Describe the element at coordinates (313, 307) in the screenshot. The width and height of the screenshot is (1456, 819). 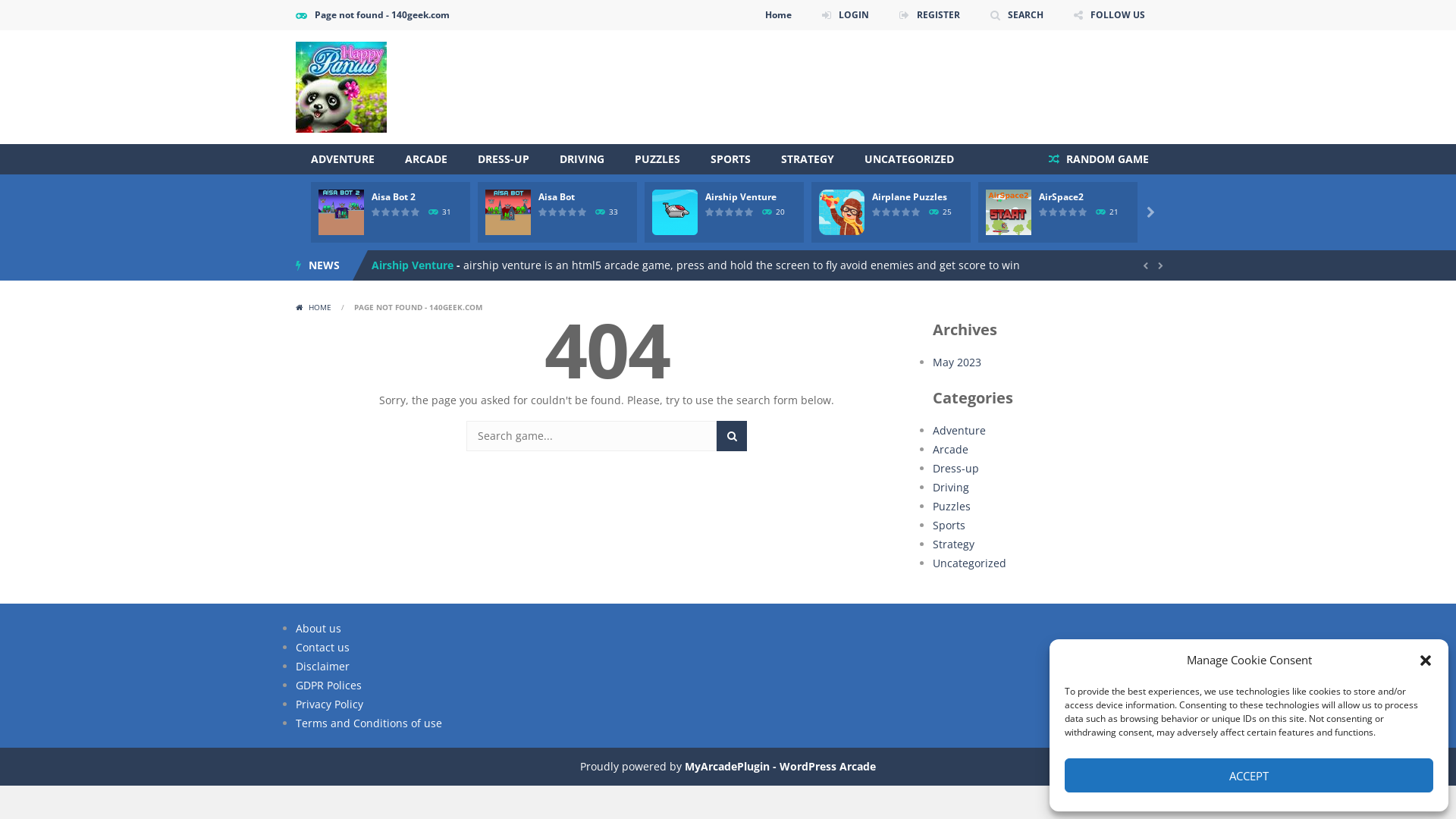
I see `'HOME'` at that location.